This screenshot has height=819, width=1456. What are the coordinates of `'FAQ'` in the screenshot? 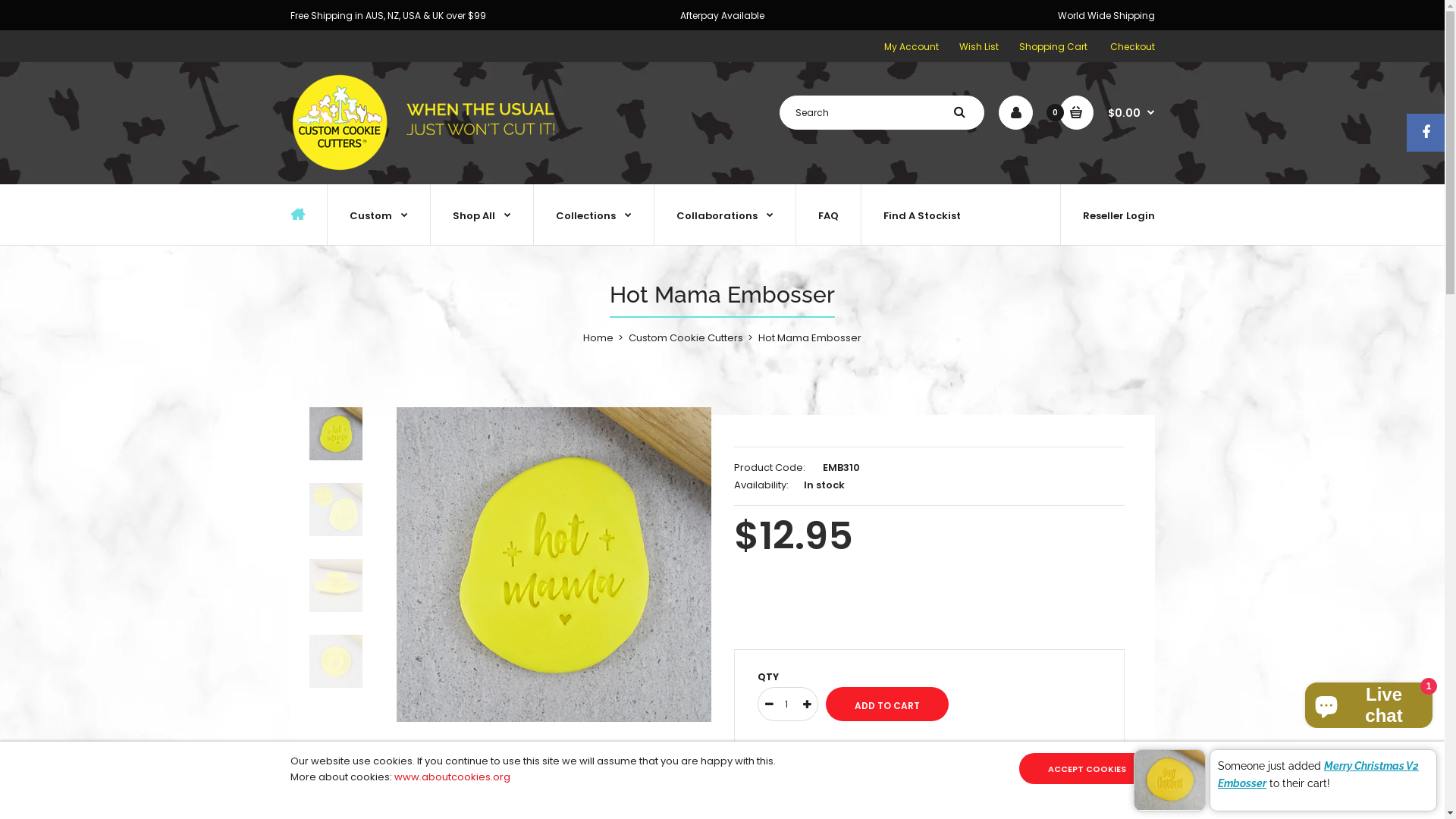 It's located at (827, 214).